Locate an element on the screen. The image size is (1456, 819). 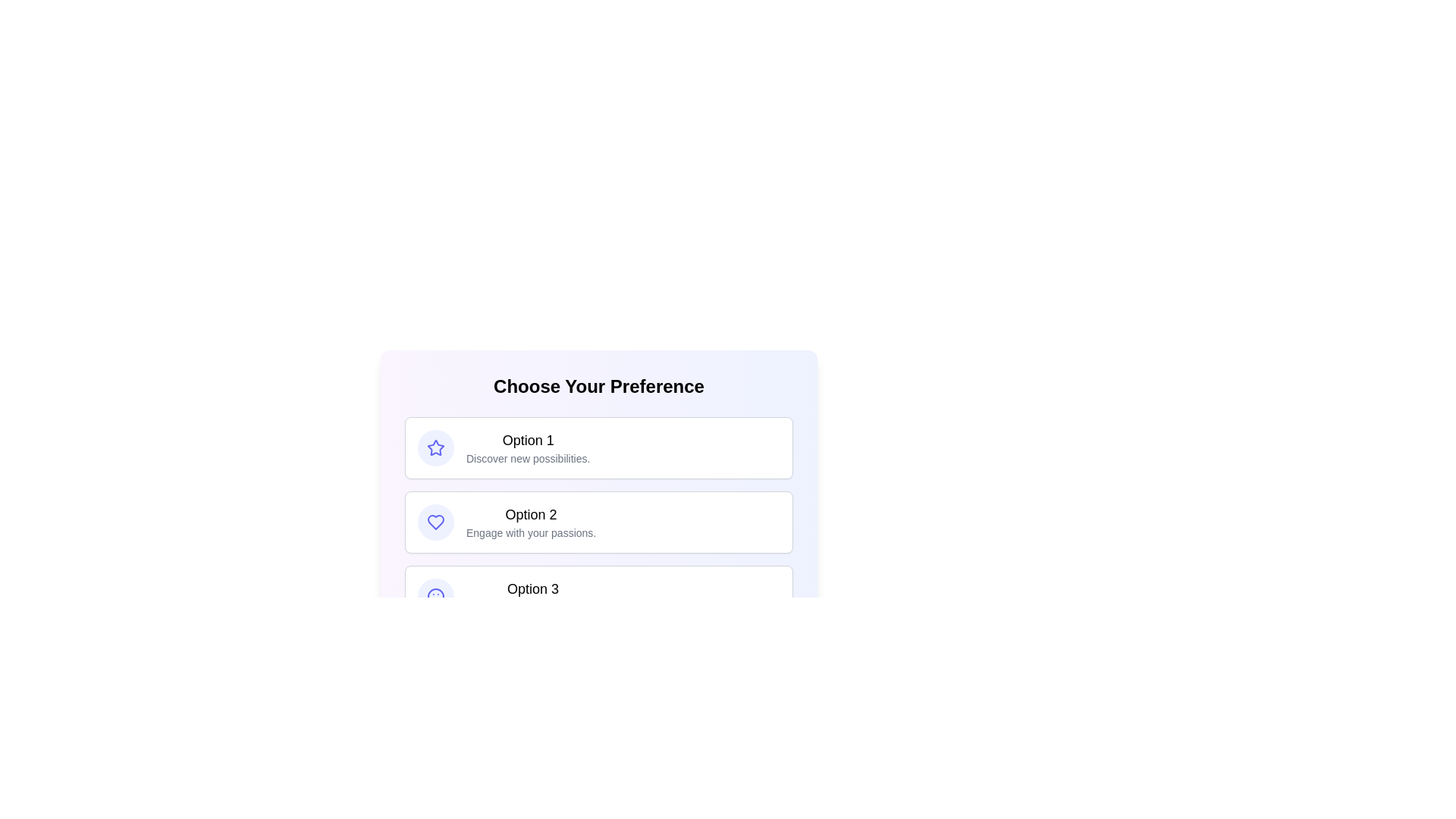
the second item in the vertically stacked list of options is located at coordinates (598, 522).